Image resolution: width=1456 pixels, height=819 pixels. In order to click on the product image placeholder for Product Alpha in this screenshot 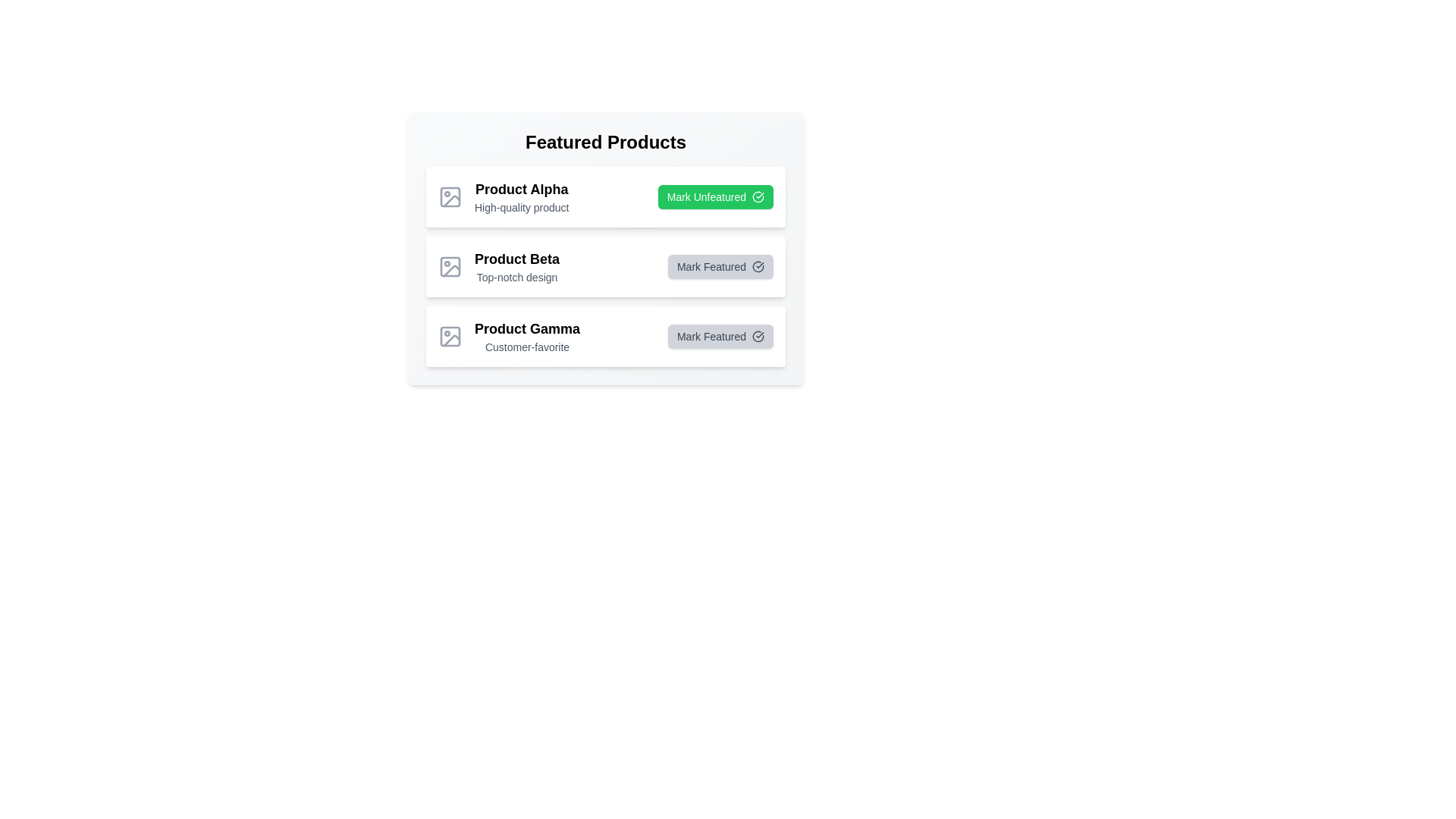, I will do `click(450, 196)`.